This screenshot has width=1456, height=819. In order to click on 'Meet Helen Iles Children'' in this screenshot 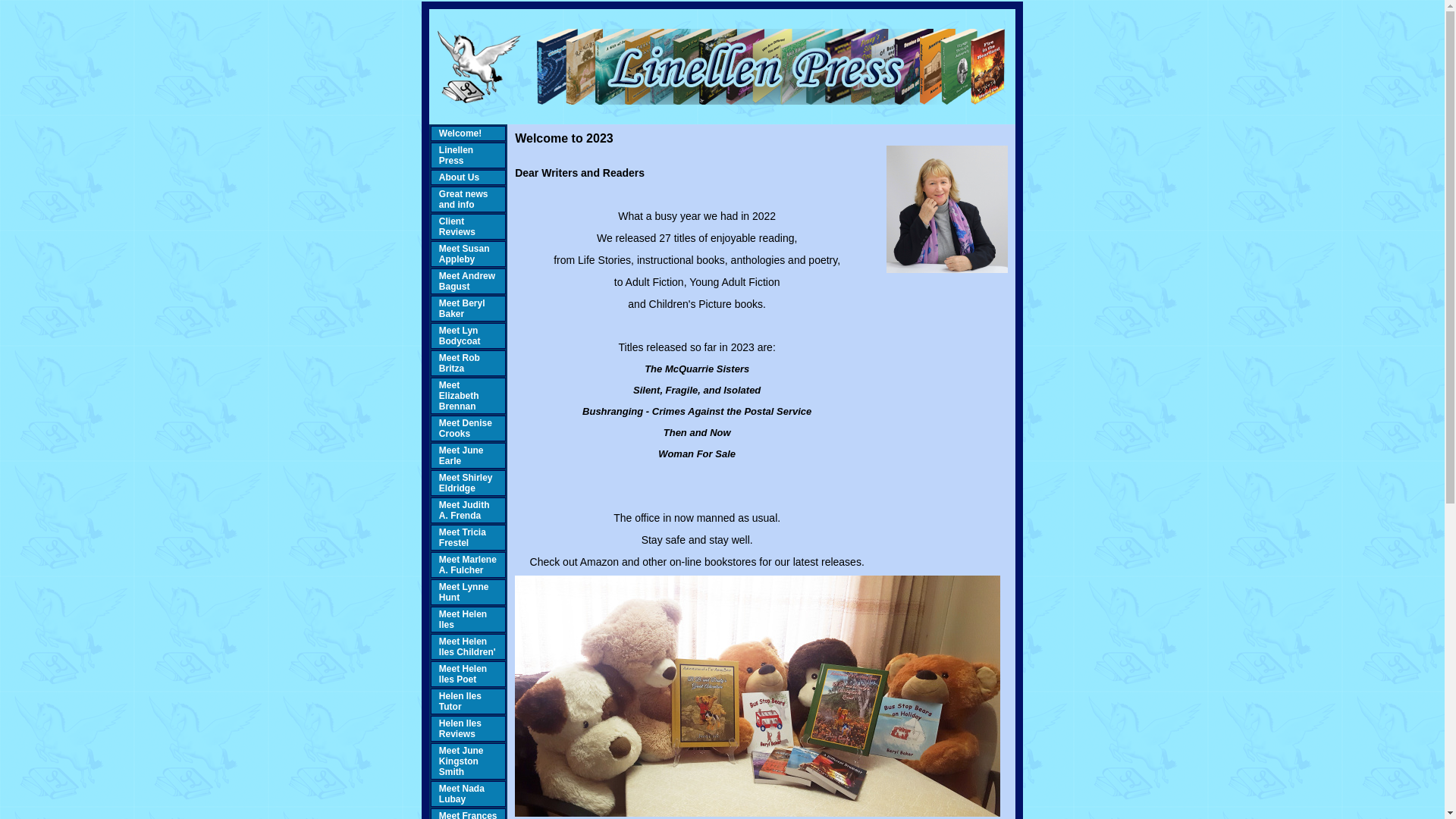, I will do `click(466, 646)`.